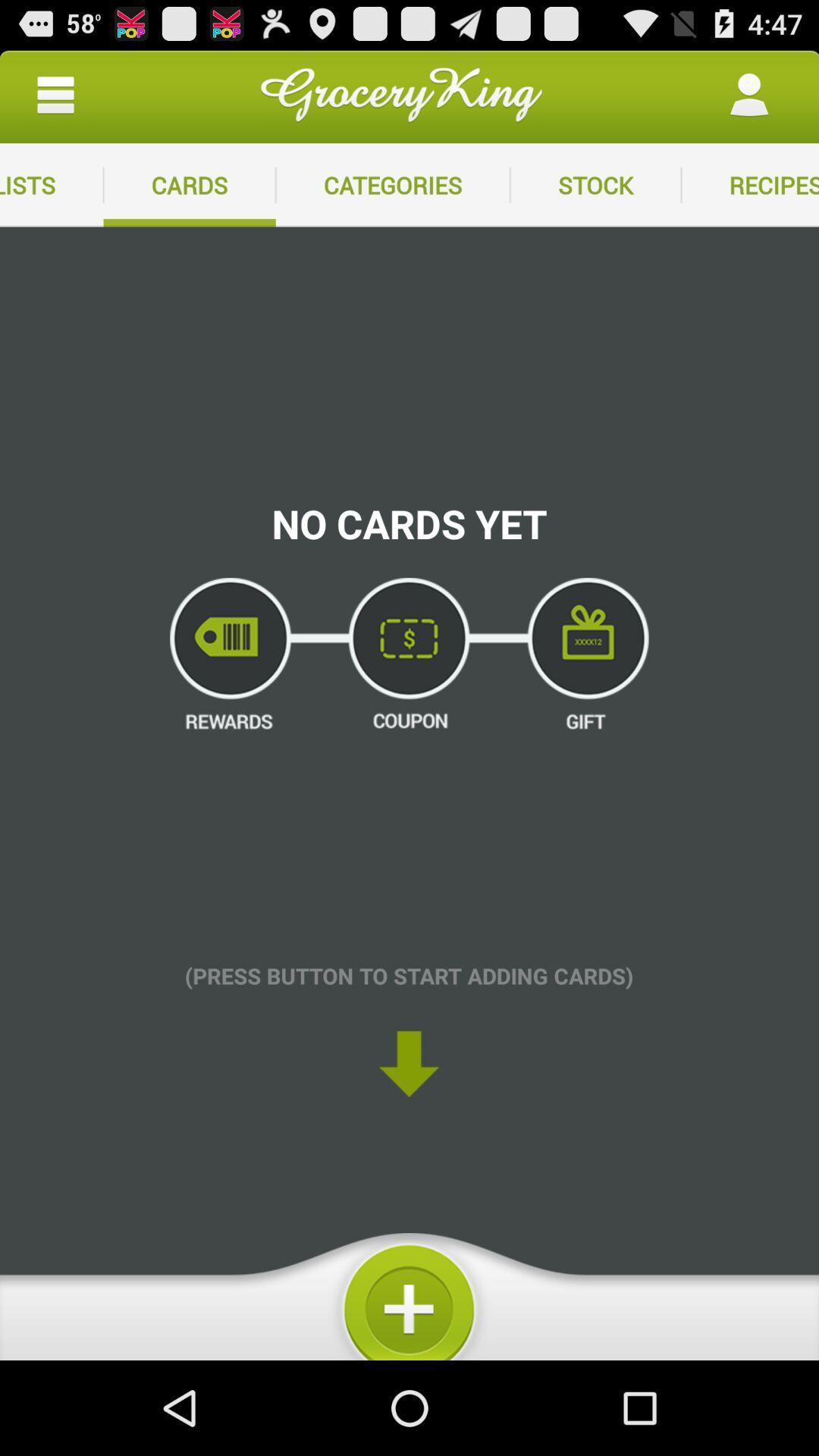 This screenshot has height=1456, width=819. Describe the element at coordinates (749, 184) in the screenshot. I see `the recipes icon` at that location.